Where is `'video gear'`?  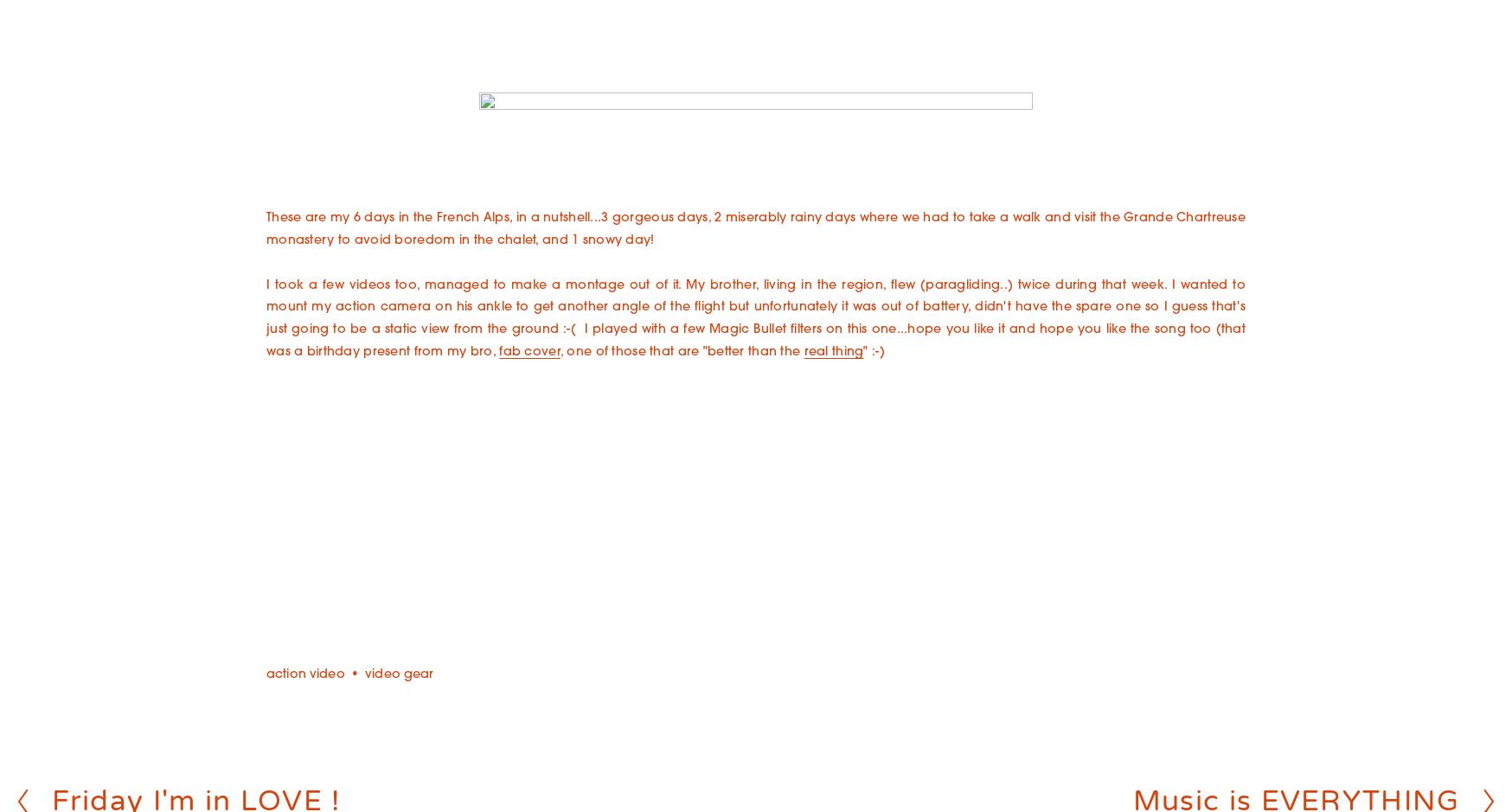
'video gear' is located at coordinates (398, 674).